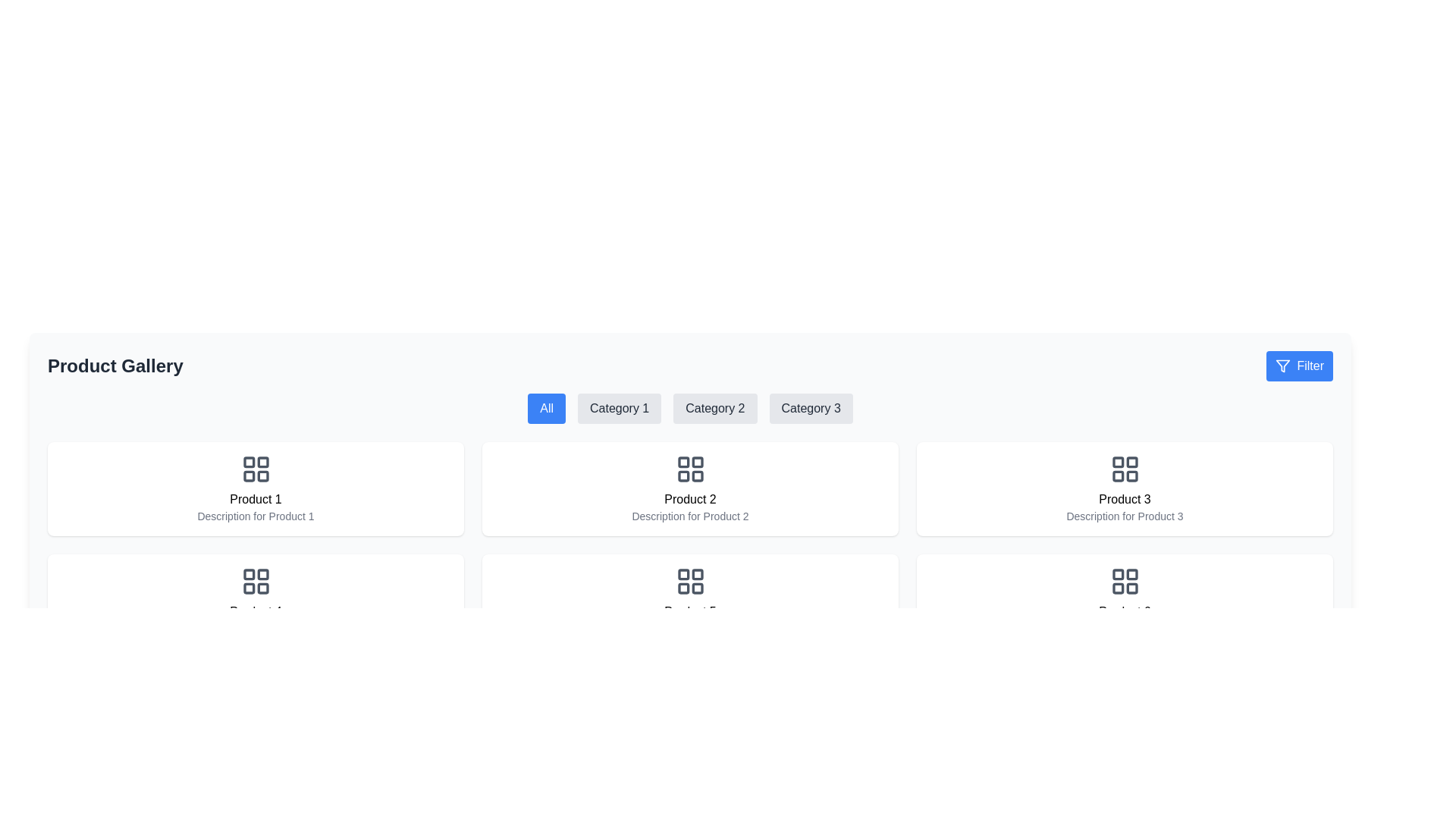 The height and width of the screenshot is (819, 1456). I want to click on the text label that serves as the title for the product, located below the top-centered grid icon in the first product column of the gallery, right above the description text 'Description for Product 1', so click(256, 500).